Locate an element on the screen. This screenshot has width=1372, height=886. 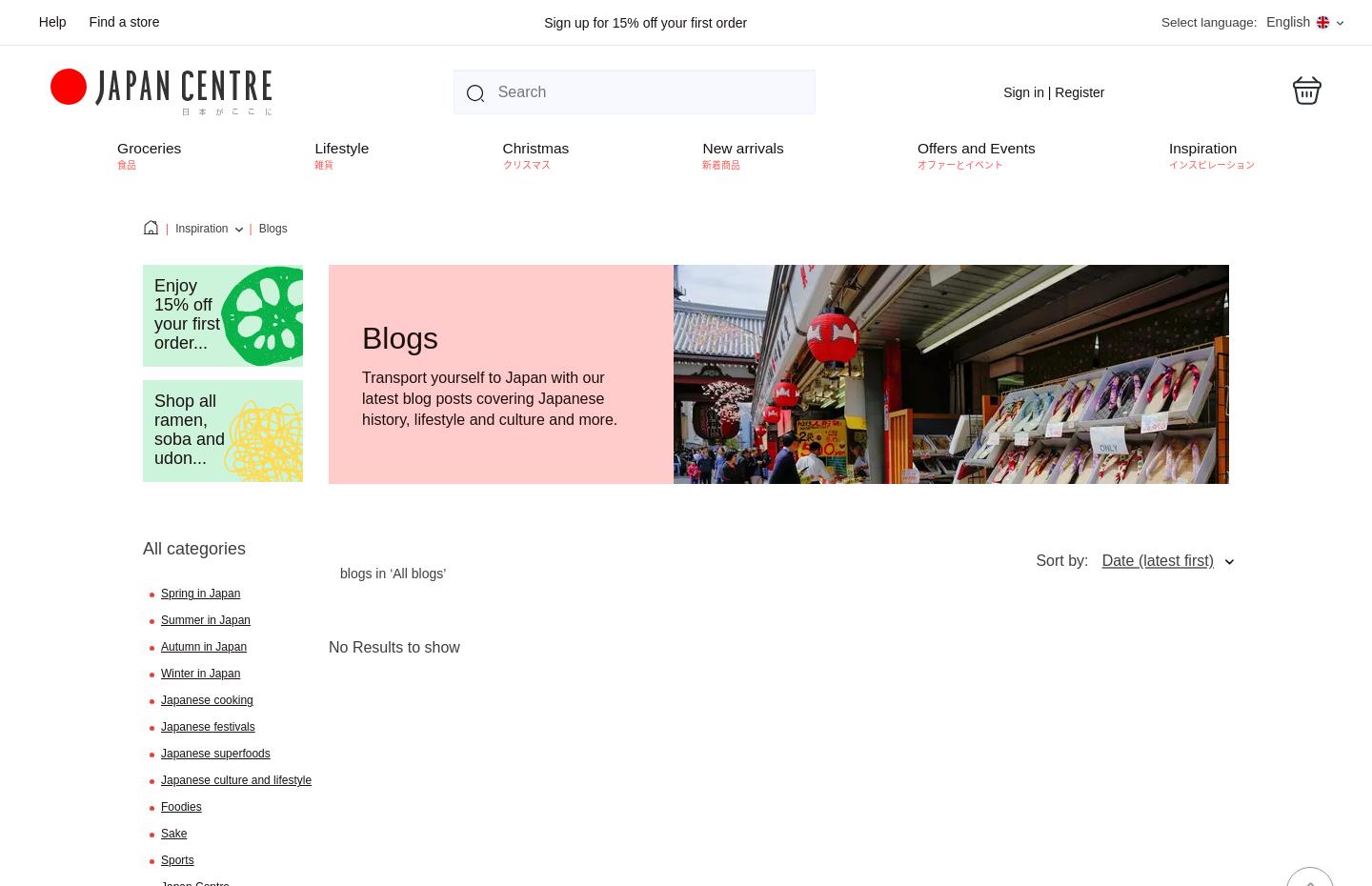
'Enjoy 15% off your first order...' is located at coordinates (153, 312).